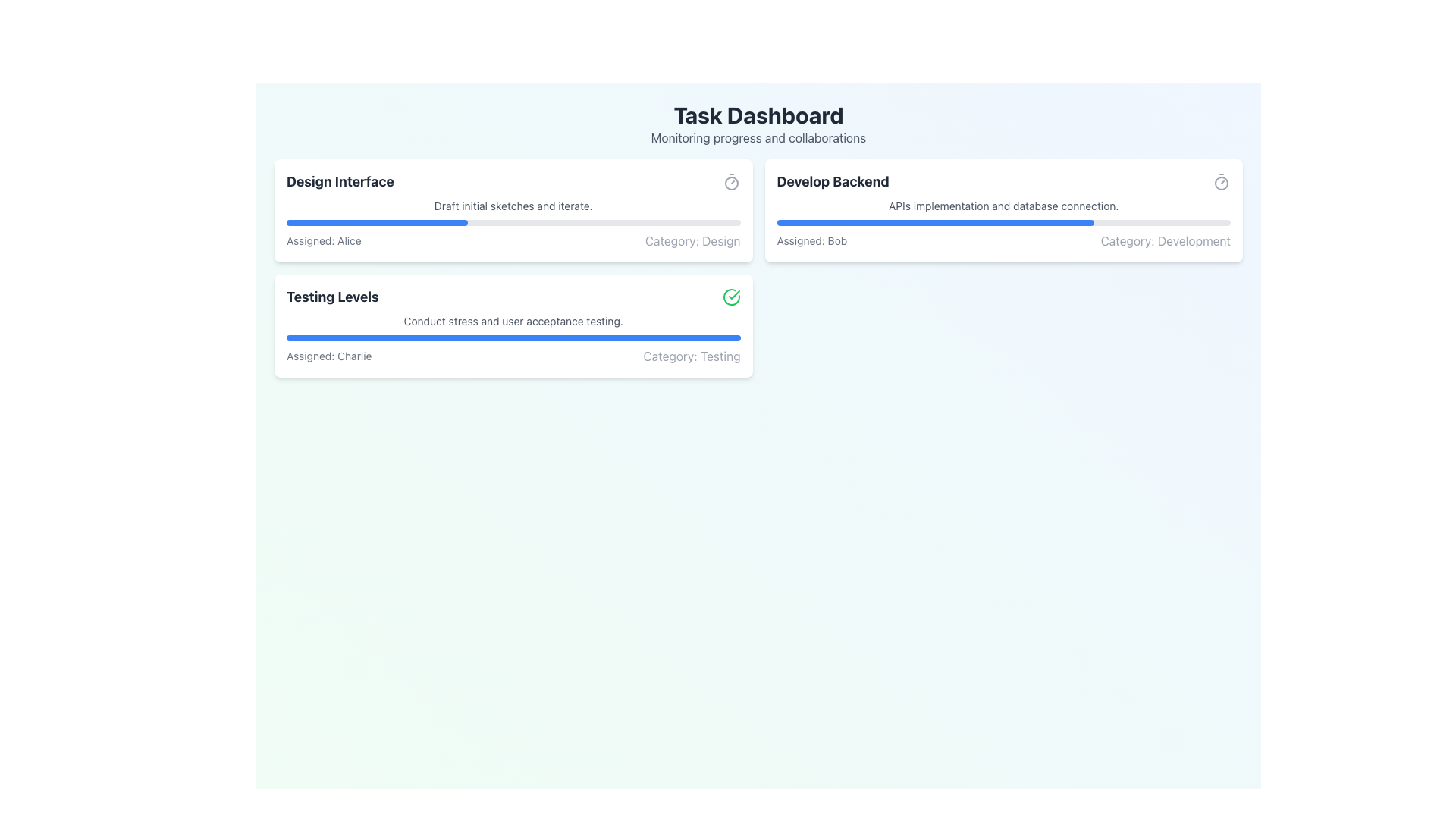  Describe the element at coordinates (1222, 183) in the screenshot. I see `the decorative SVG Circle that is part of the timer/clock icon located in the top-right corner of the 'Develop Backend' task card in the Task Dashboard` at that location.